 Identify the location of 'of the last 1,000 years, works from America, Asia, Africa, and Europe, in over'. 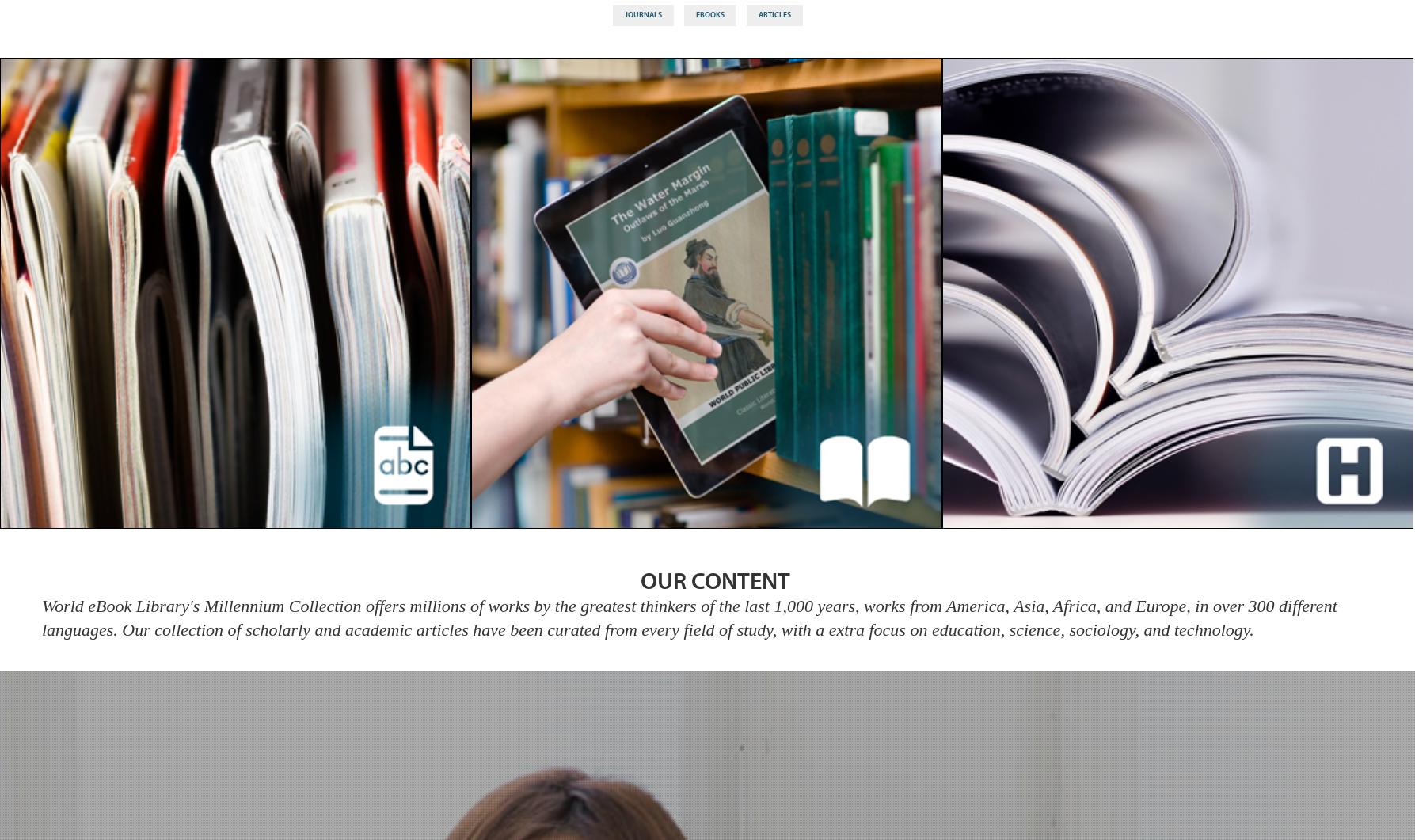
(972, 605).